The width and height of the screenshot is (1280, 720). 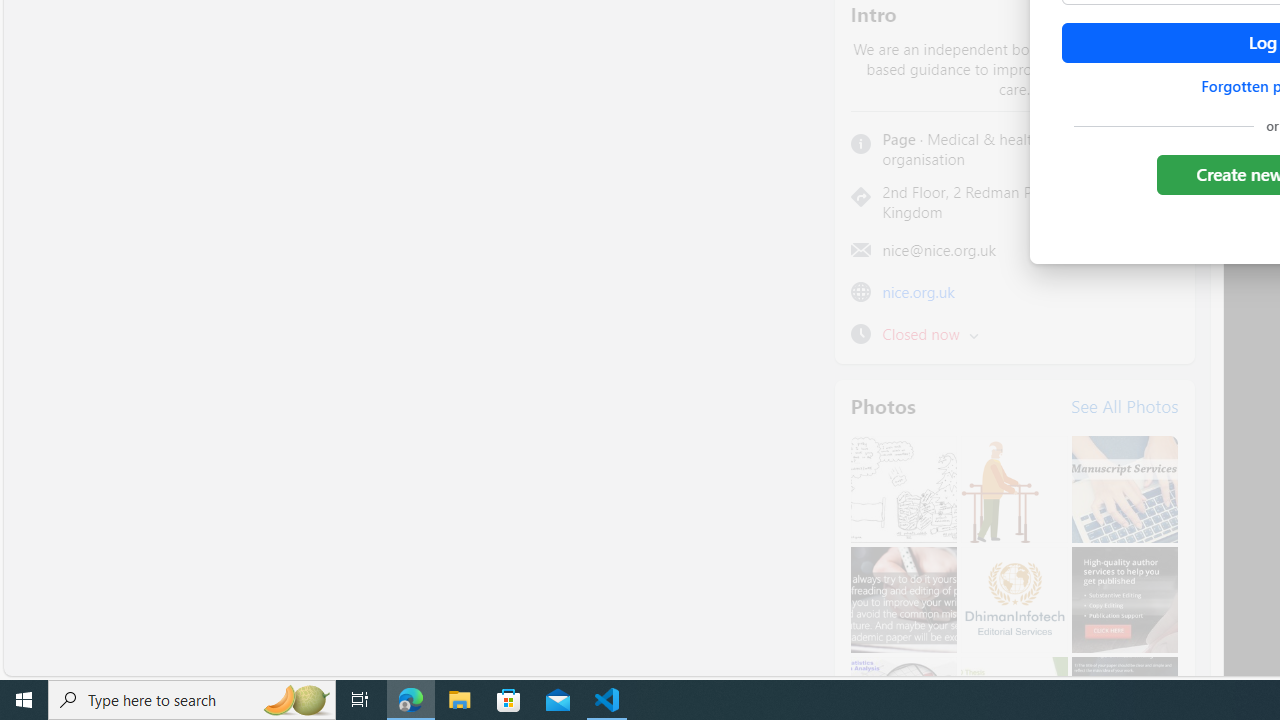 I want to click on 'Task View', so click(x=359, y=698).